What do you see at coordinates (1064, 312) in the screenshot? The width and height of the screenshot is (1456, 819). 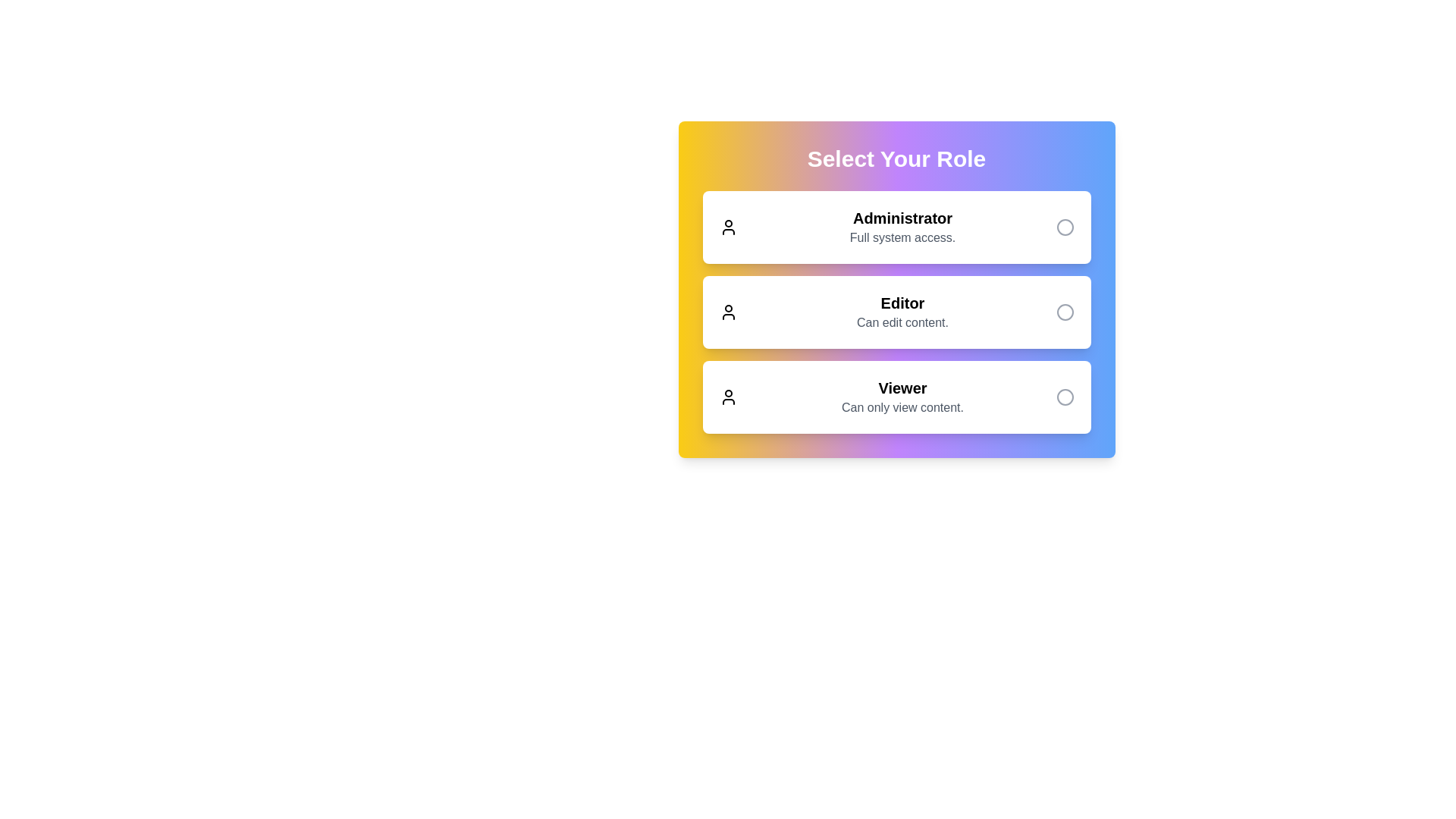 I see `the circular radio button for role selection located on the right side of the 'Editor' card` at bounding box center [1064, 312].